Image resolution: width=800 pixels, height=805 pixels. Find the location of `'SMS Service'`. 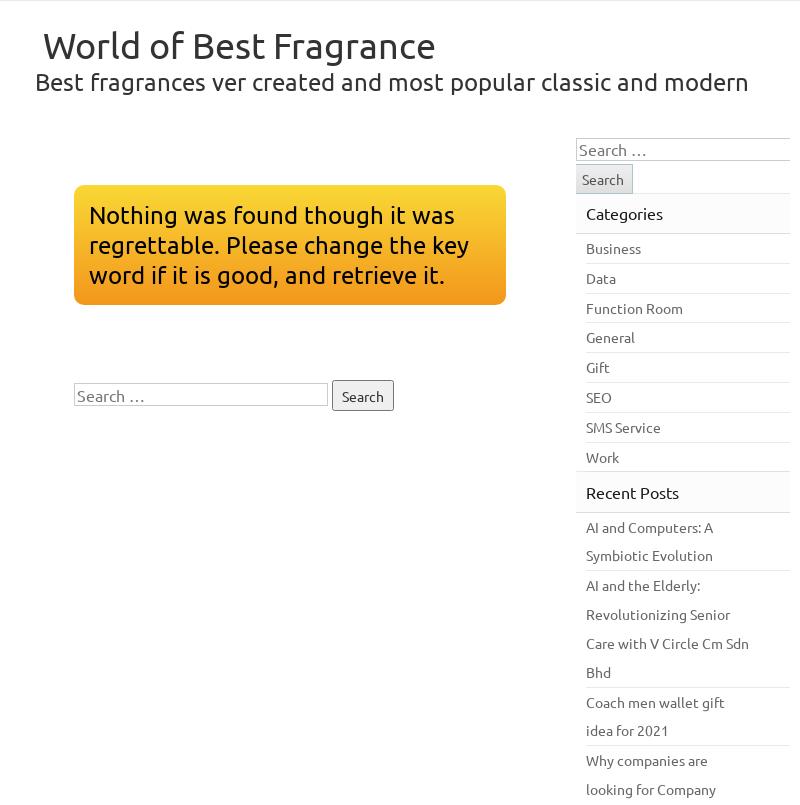

'SMS Service' is located at coordinates (585, 425).